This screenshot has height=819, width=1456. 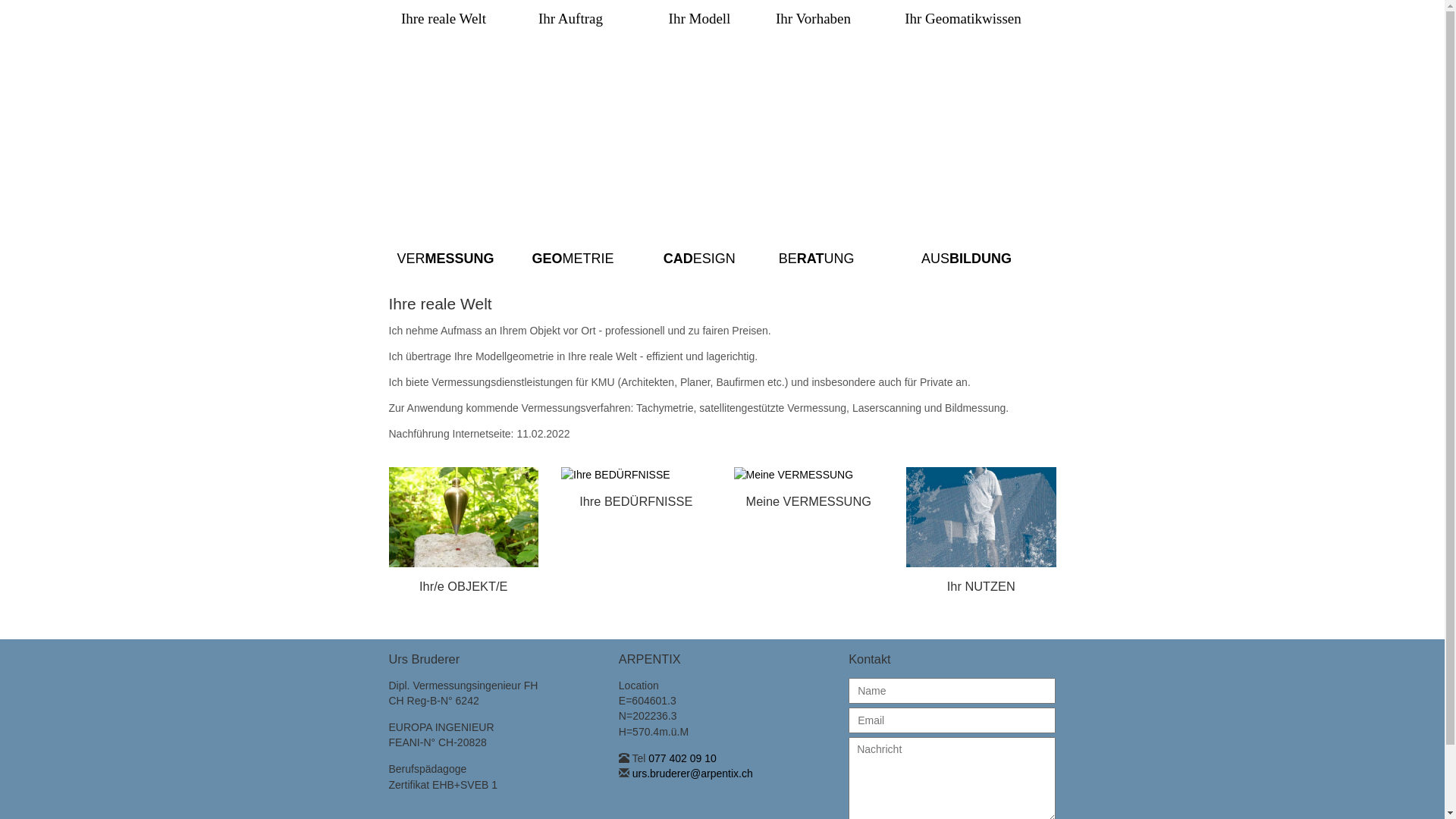 I want to click on 'GEOMETRIE', so click(x=531, y=257).